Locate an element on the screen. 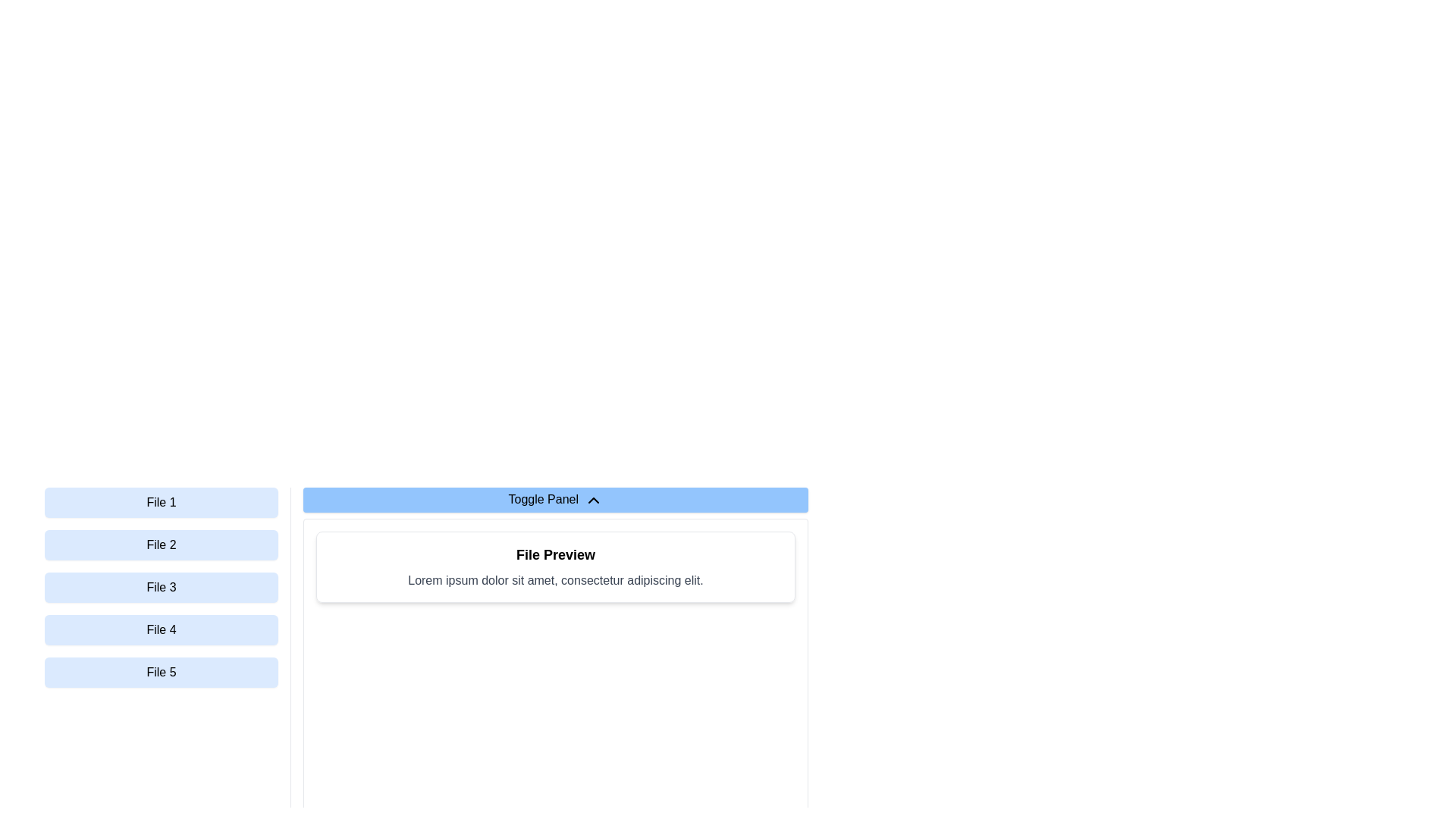  the chevron icon to the right of the 'Toggle Panel' text, which indicates the collapsible state of the panel below is located at coordinates (593, 500).